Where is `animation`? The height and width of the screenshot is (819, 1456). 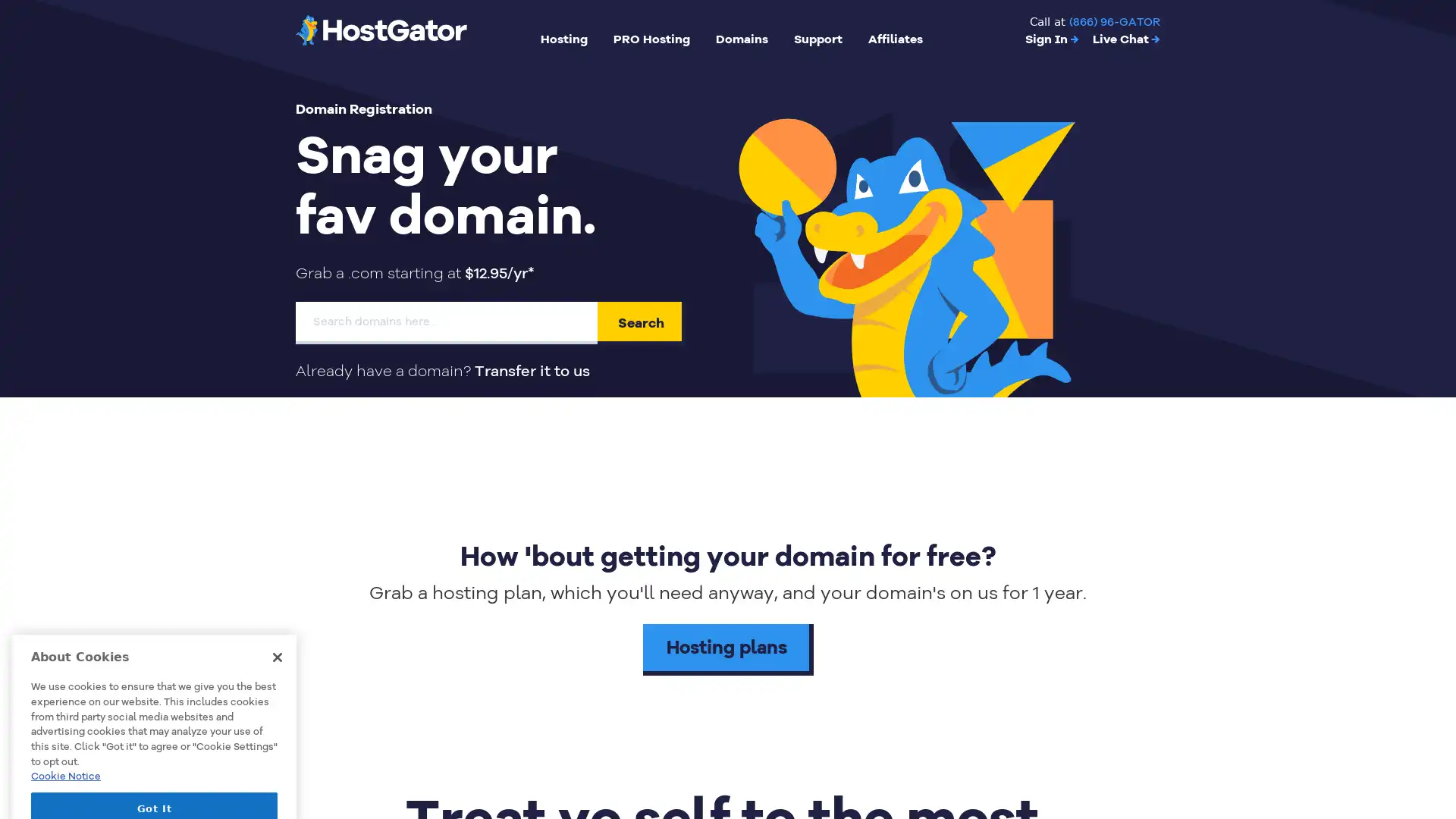
animation is located at coordinates (908, 239).